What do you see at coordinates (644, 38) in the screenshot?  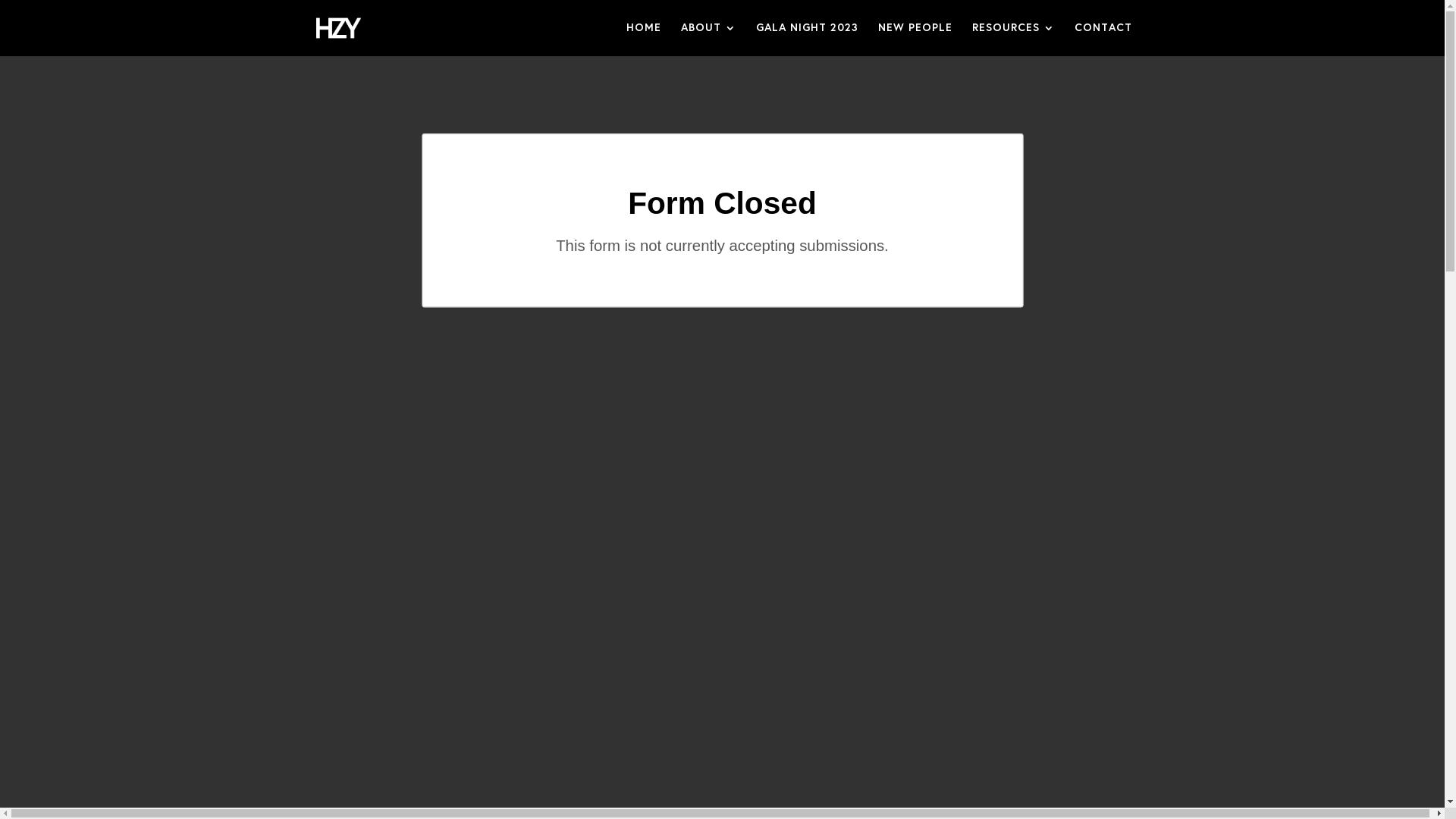 I see `'HOME'` at bounding box center [644, 38].